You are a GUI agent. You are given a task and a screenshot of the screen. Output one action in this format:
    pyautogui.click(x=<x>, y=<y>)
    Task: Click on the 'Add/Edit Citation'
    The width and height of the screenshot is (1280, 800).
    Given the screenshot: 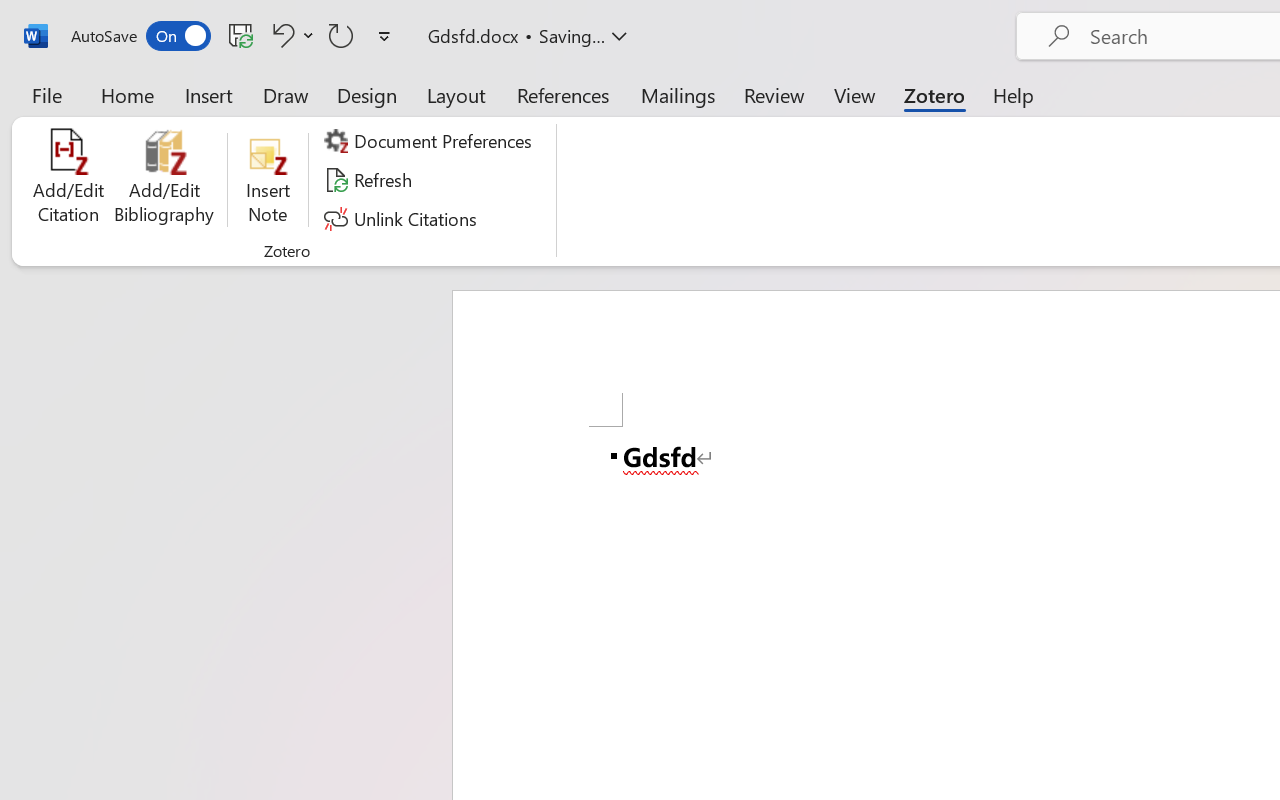 What is the action you would take?
    pyautogui.click(x=68, y=179)
    